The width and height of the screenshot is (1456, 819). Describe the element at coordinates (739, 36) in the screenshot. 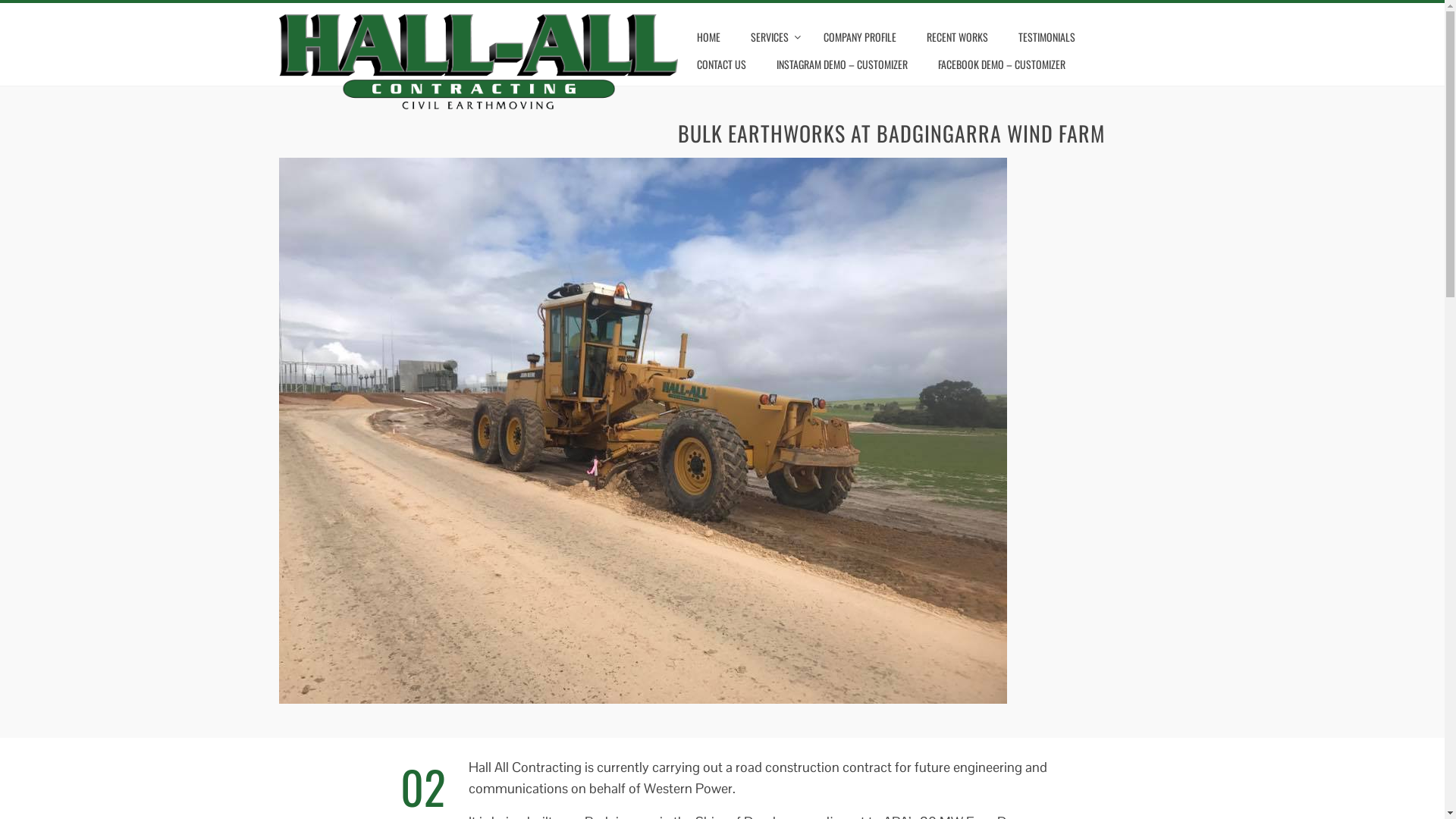

I see `'SERVICES'` at that location.